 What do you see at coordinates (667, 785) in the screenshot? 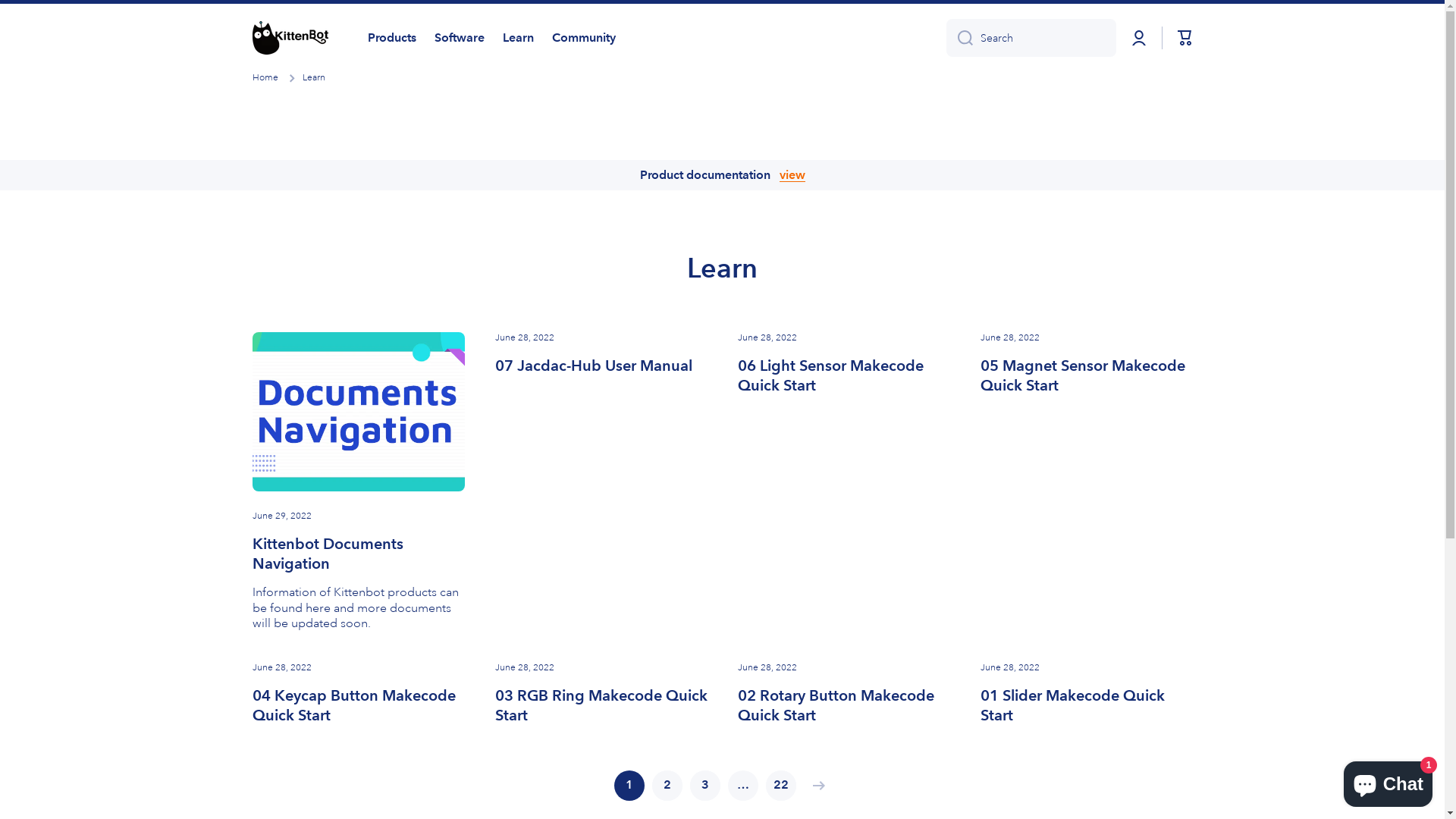
I see `'2'` at bounding box center [667, 785].